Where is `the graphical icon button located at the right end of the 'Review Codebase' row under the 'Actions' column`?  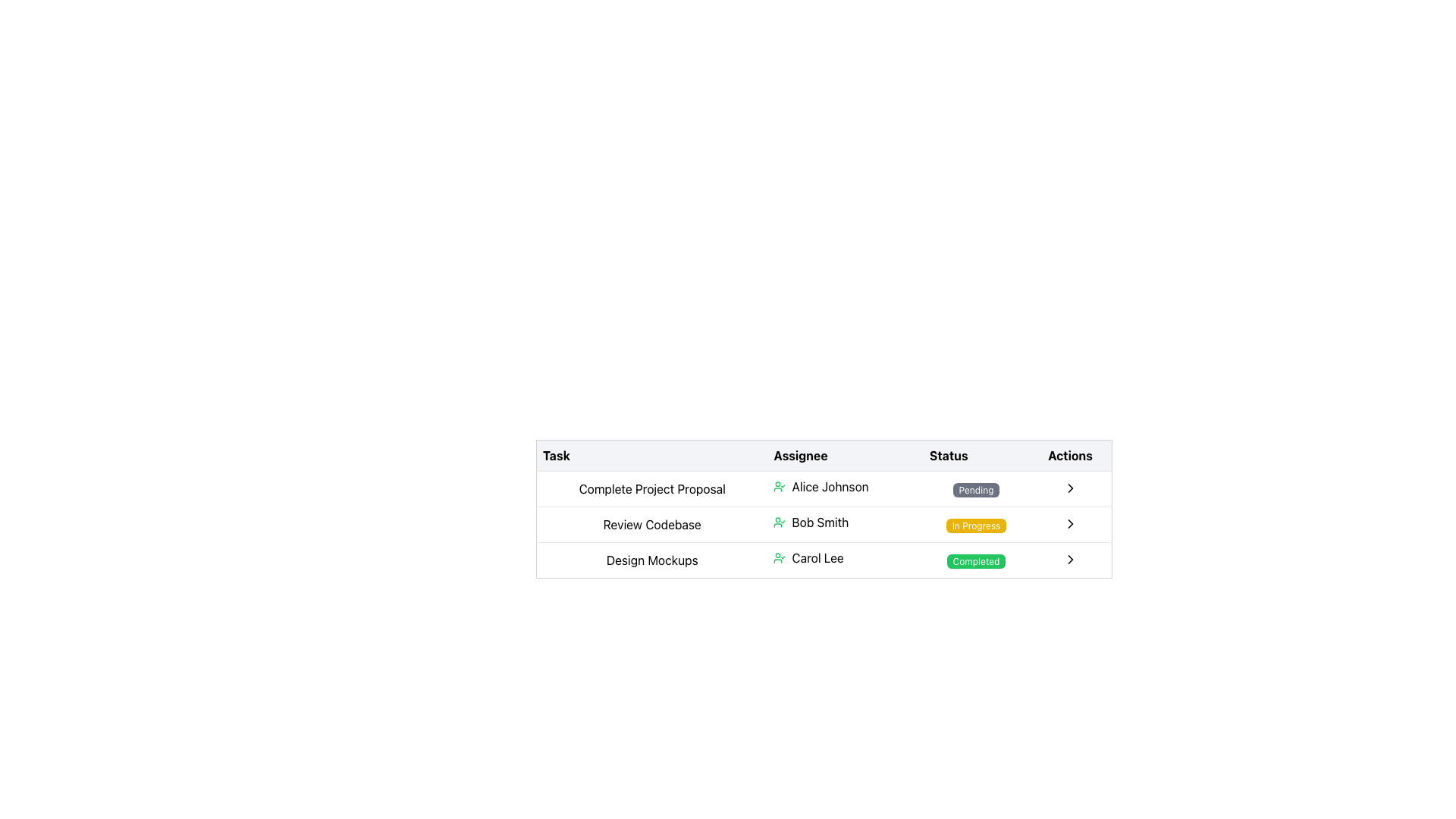
the graphical icon button located at the right end of the 'Review Codebase' row under the 'Actions' column is located at coordinates (1069, 523).